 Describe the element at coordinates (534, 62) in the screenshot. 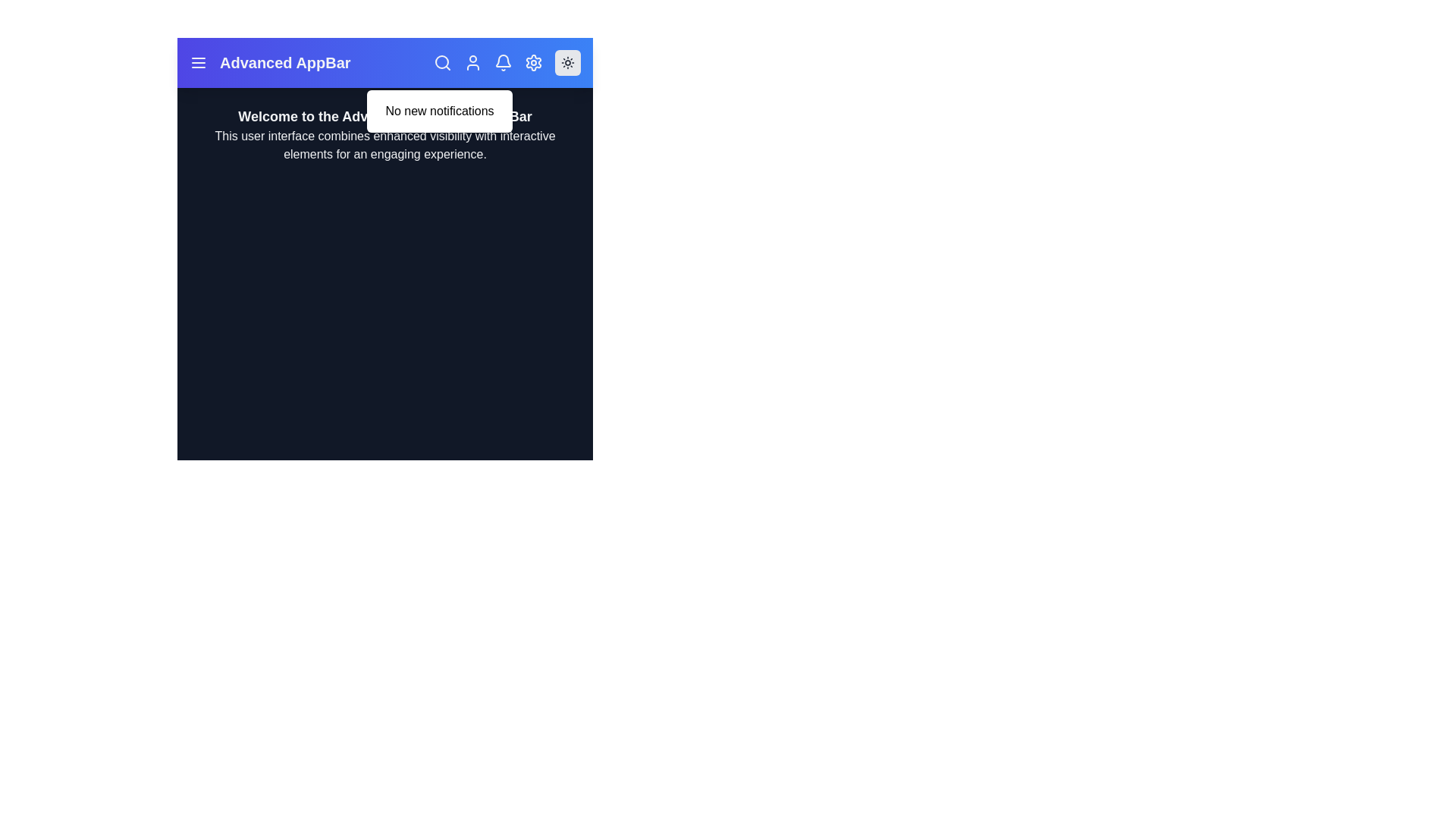

I see `the settings icon in the app bar` at that location.